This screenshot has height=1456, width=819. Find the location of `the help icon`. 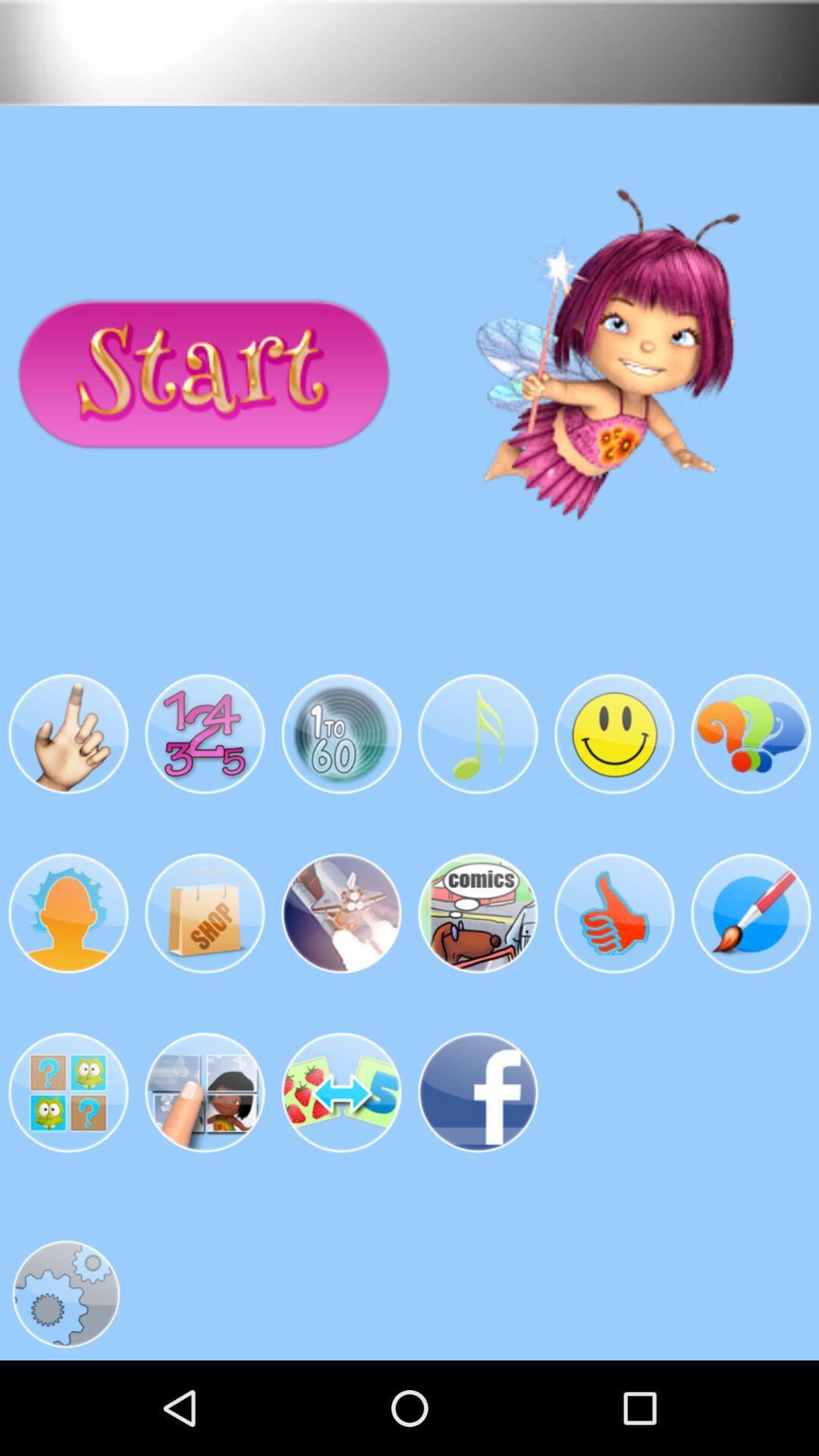

the help icon is located at coordinates (751, 786).